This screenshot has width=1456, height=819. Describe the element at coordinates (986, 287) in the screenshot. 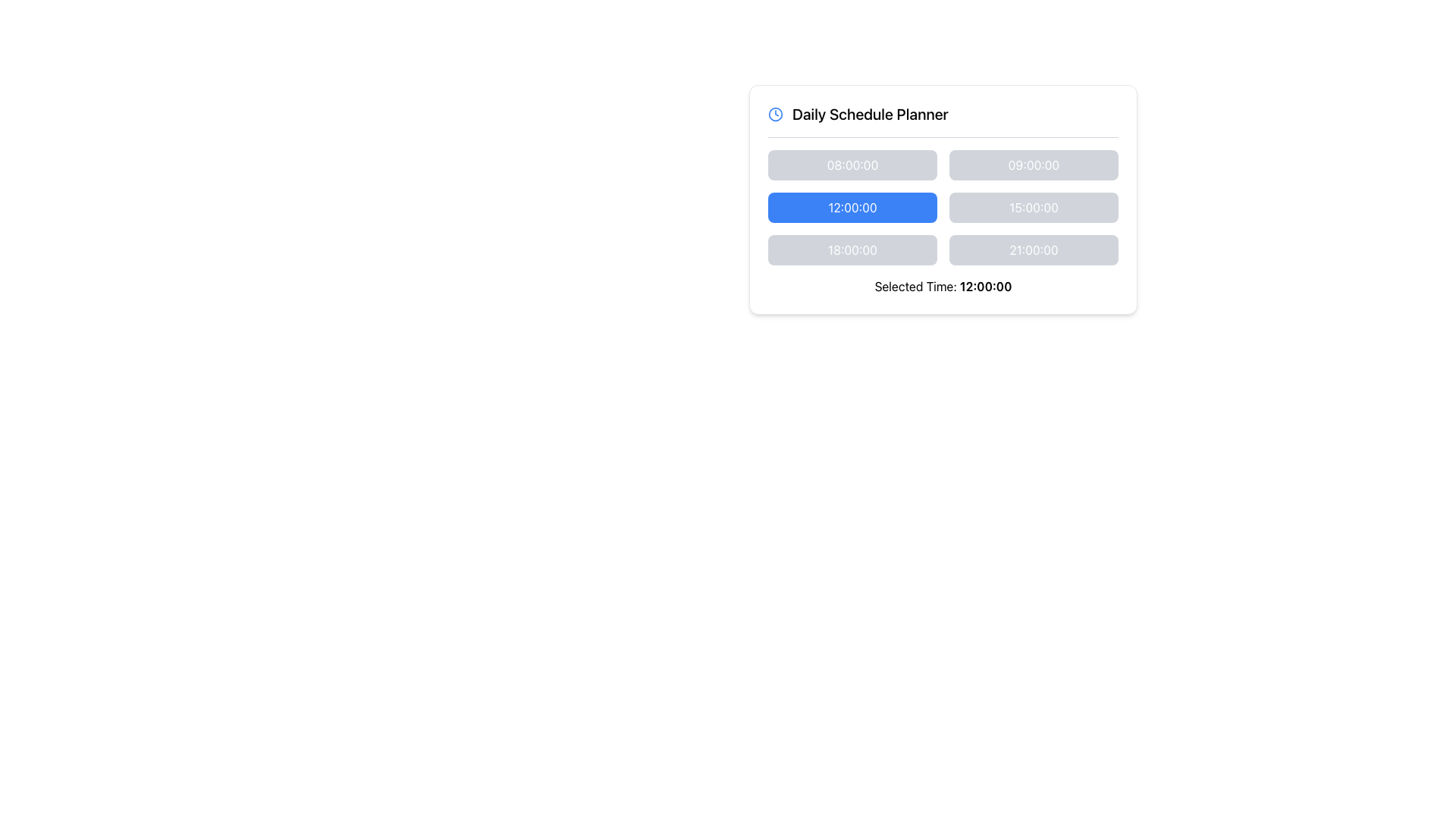

I see `text displayed in the 'Selected Time:' label, which shows the currently selected time from the schedule` at that location.